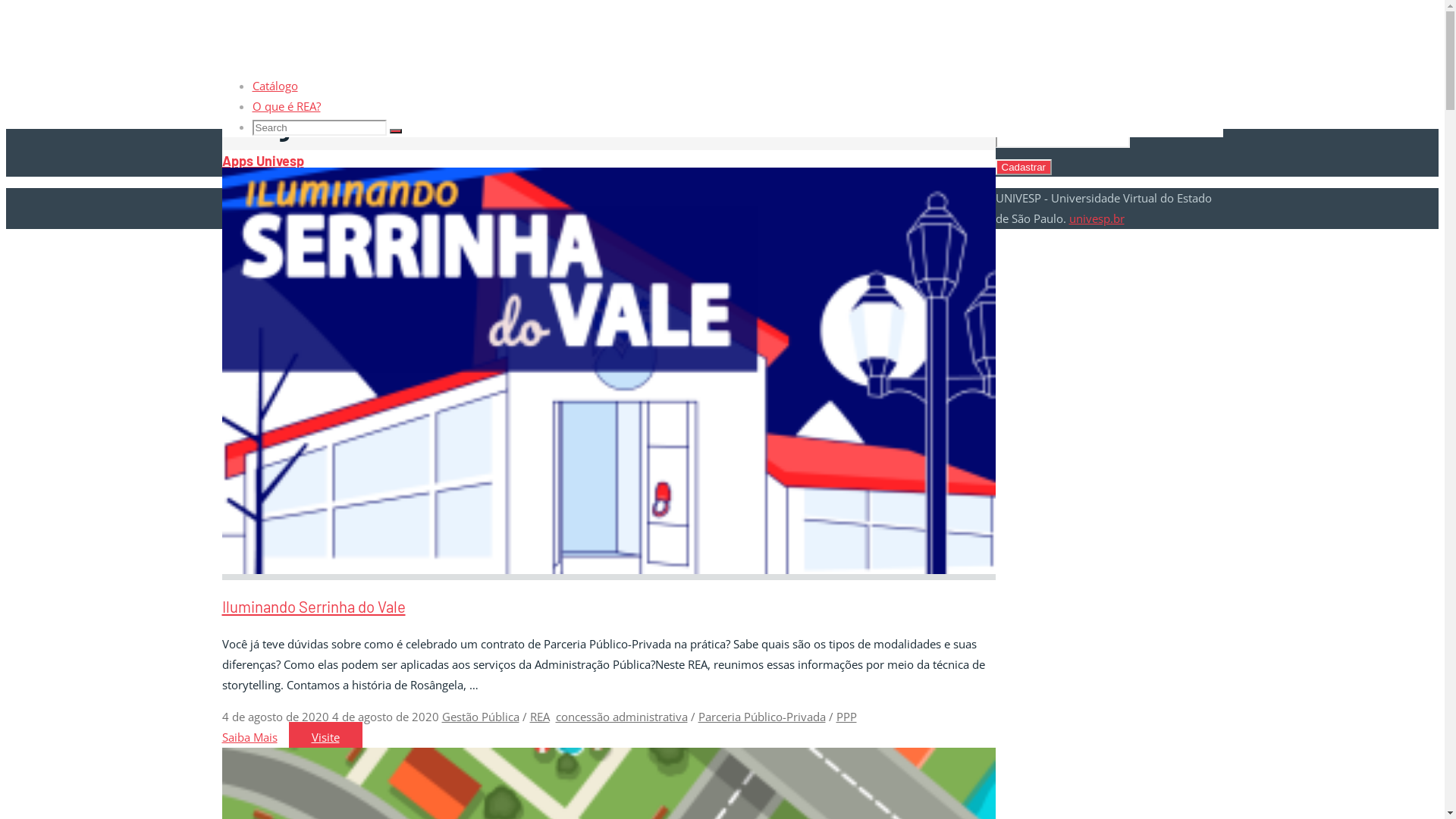 This screenshot has width=1456, height=819. I want to click on 'Apps Univesp', so click(262, 161).